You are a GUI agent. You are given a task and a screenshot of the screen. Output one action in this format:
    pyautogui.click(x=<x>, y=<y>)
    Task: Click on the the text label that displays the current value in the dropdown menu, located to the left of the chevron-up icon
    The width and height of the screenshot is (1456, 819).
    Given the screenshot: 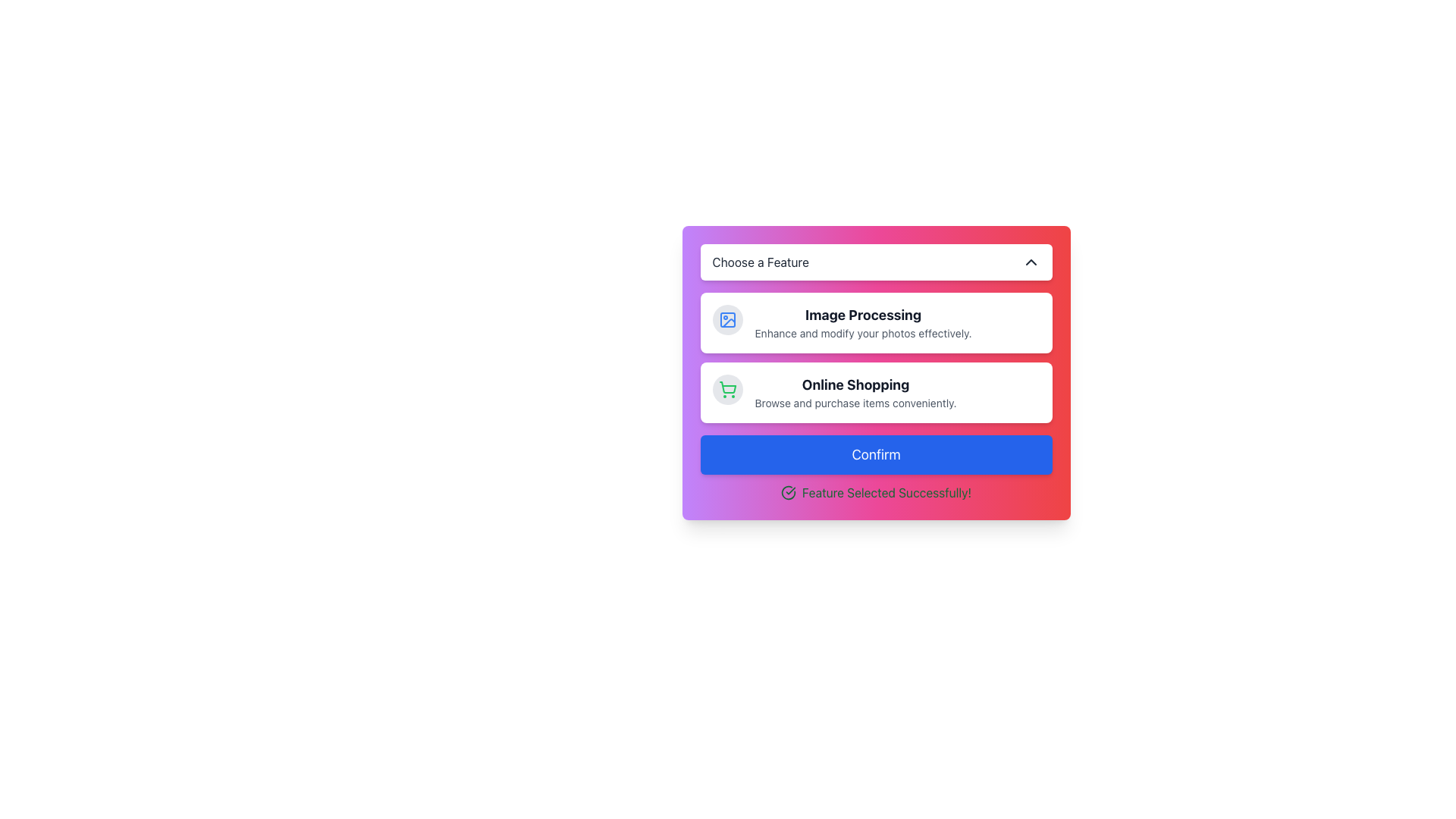 What is the action you would take?
    pyautogui.click(x=761, y=262)
    